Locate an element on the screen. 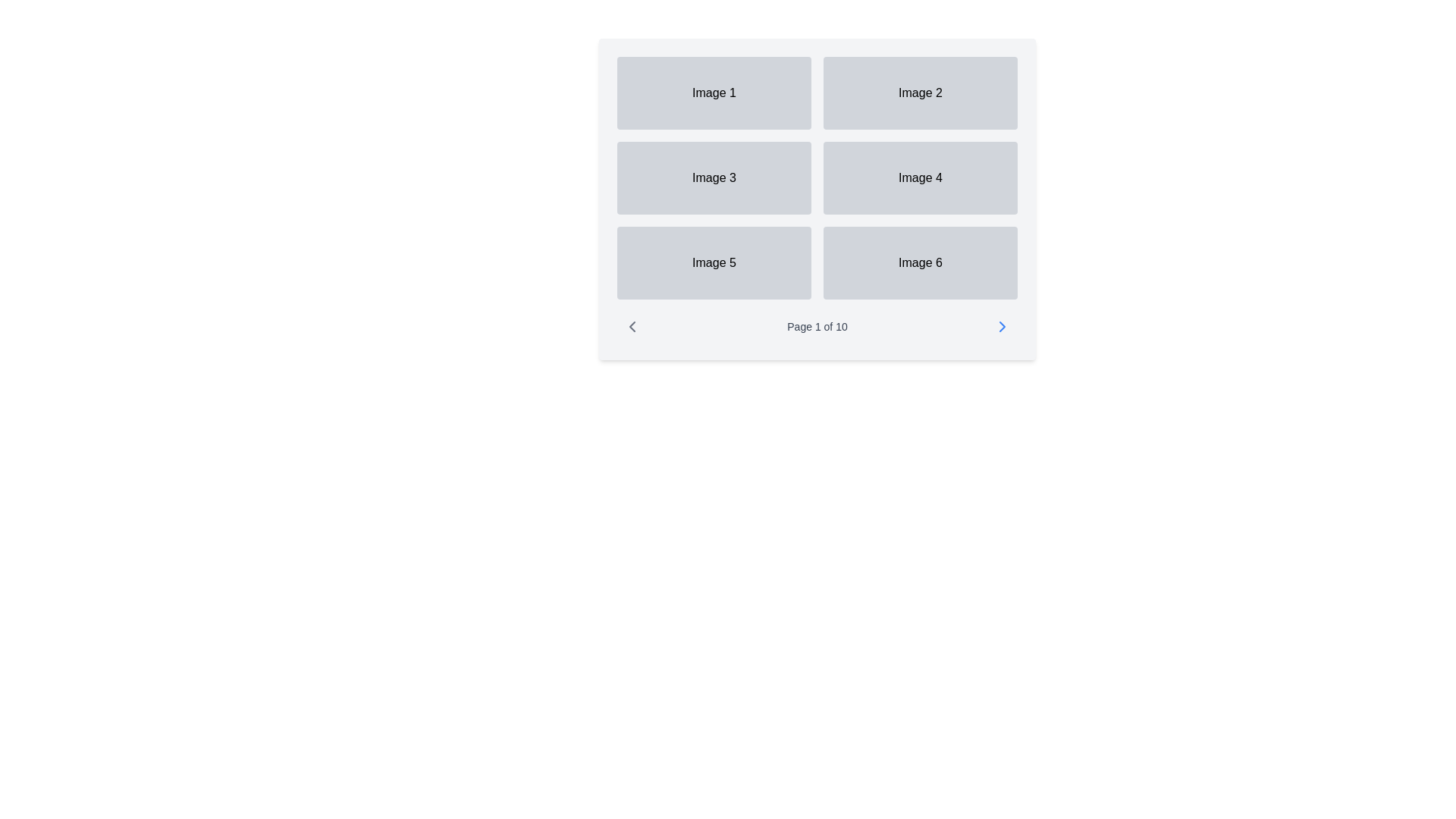 The height and width of the screenshot is (819, 1456). the static visual placeholder labeled 'Image 2' which is a rectangular box with a light gray background and medium-sized black text, located in the top row of a grid layout is located at coordinates (920, 93).